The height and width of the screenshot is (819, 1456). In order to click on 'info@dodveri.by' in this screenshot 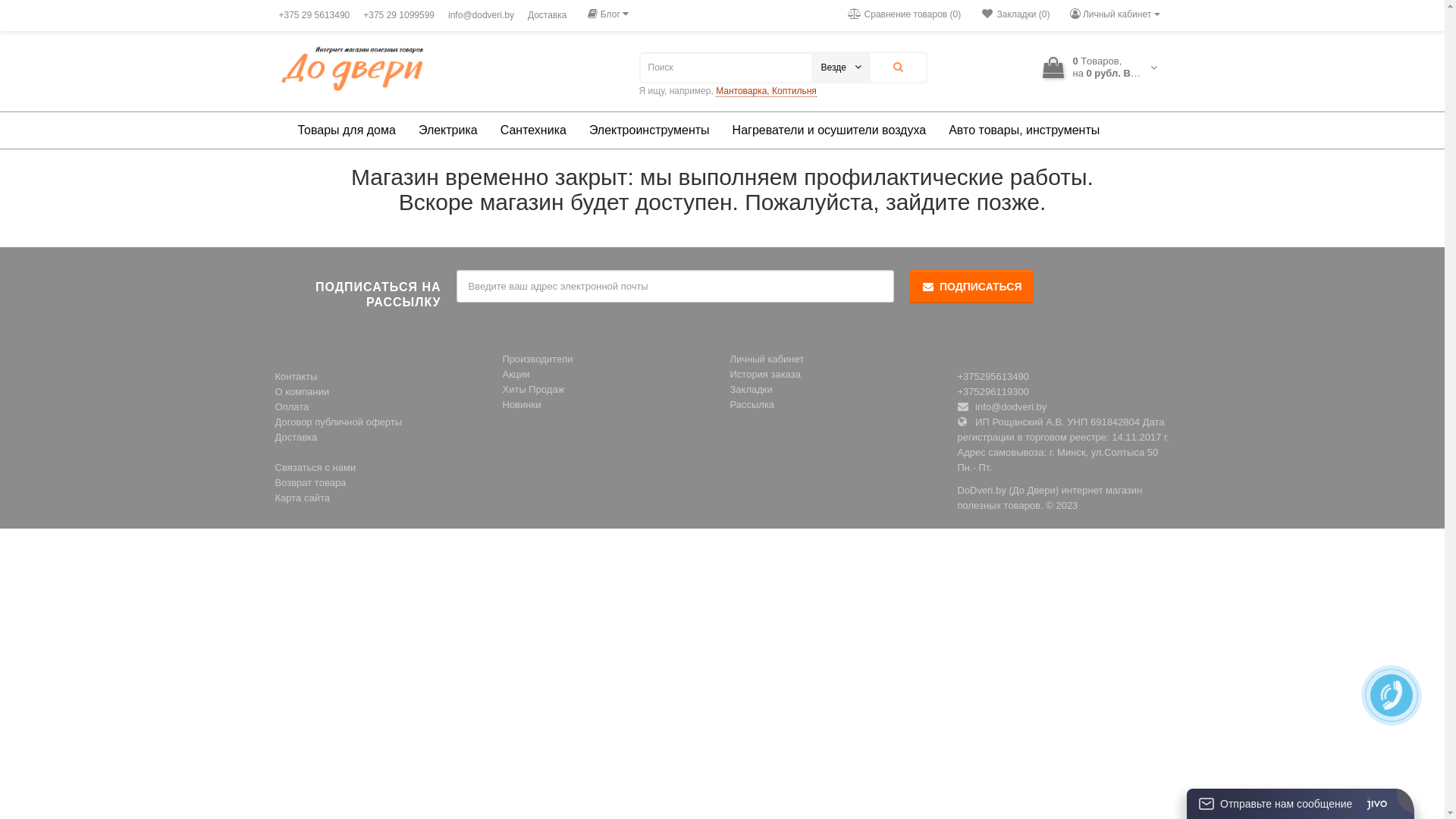, I will do `click(444, 14)`.